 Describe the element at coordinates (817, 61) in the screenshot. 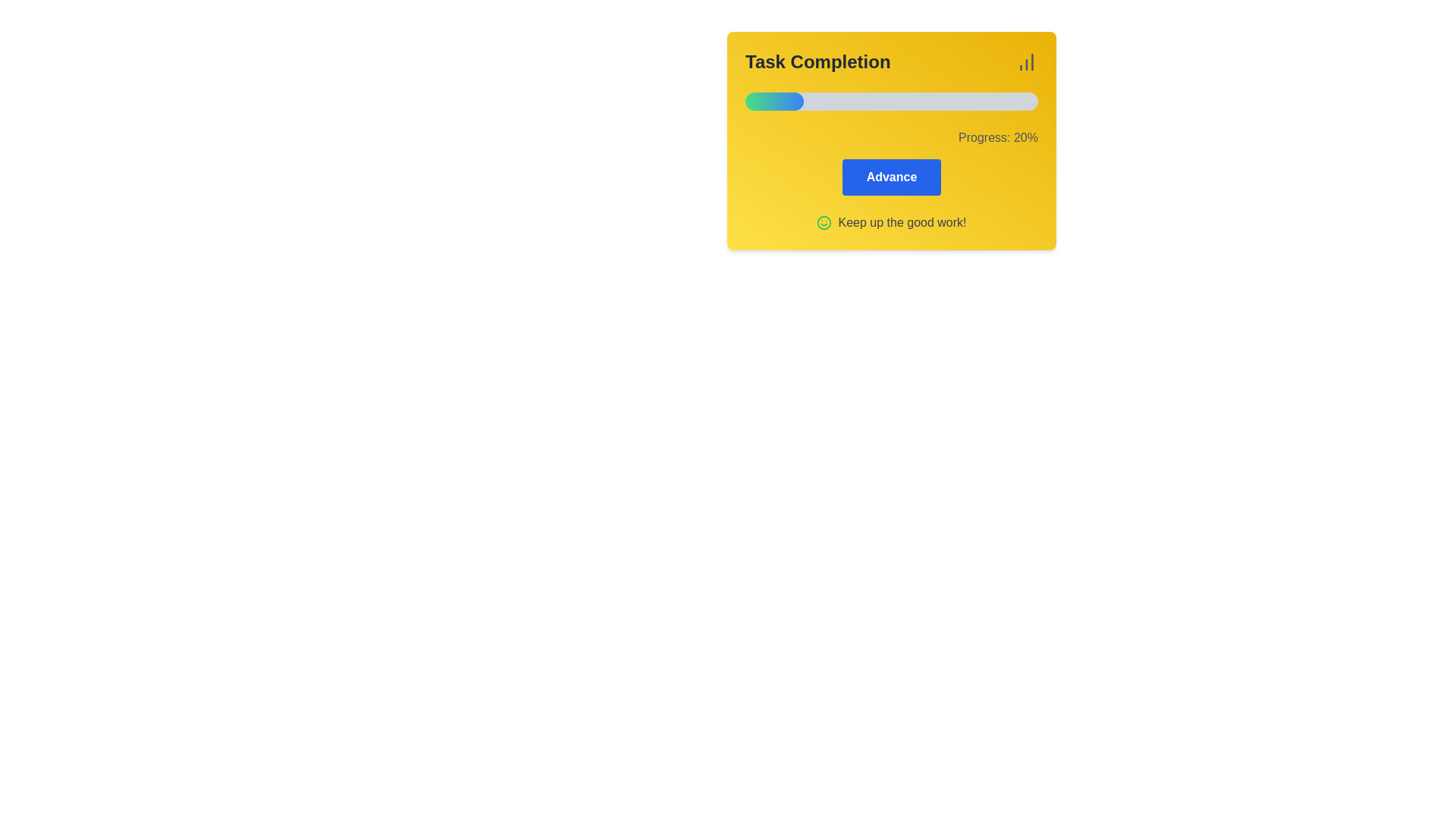

I see `the bold text label displaying 'Task Completion' which is prominently styled in grayish-black against a bright yellow background, located in the upper-left corner of its panel` at that location.